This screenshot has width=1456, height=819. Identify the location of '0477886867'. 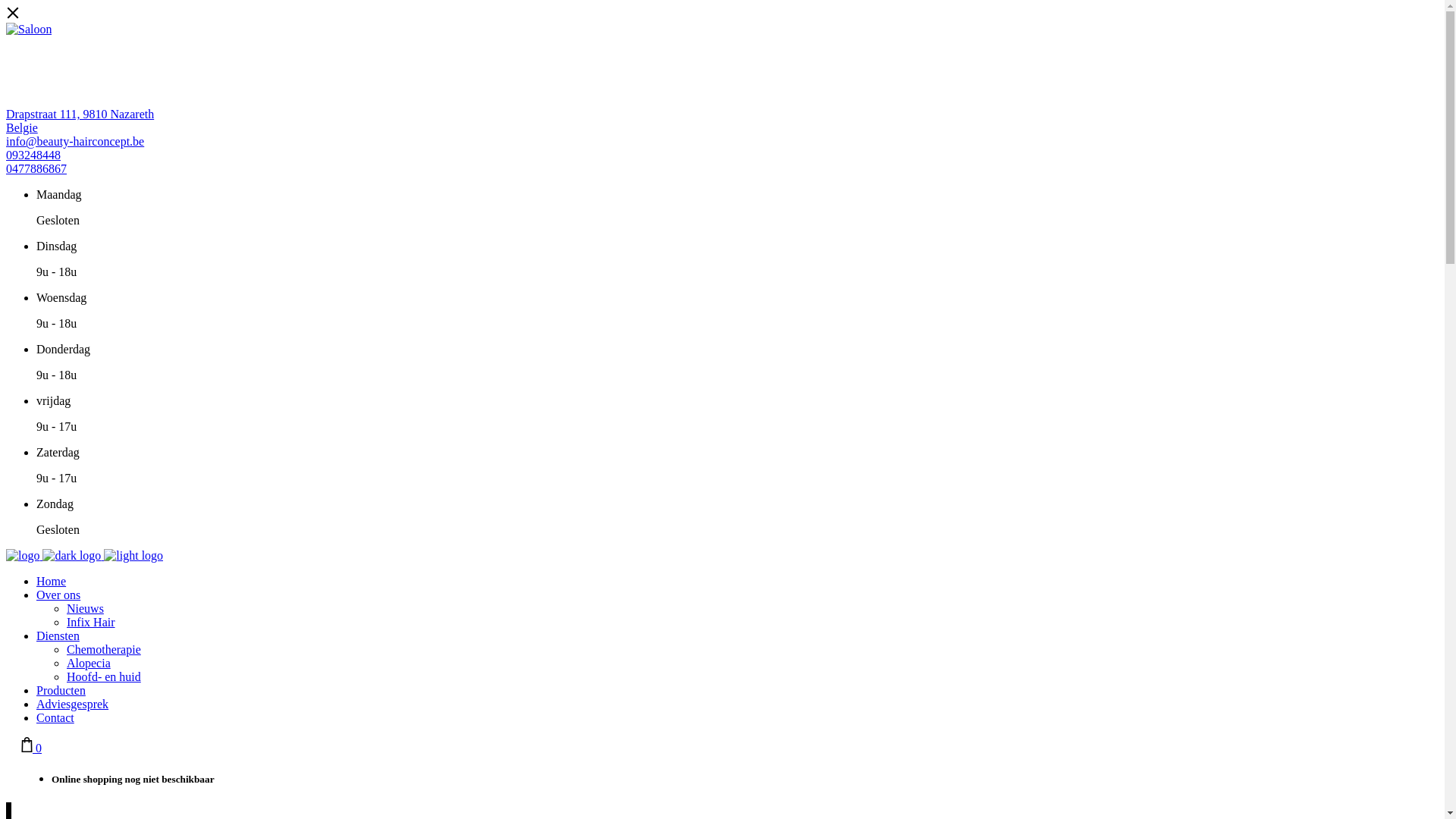
(6, 168).